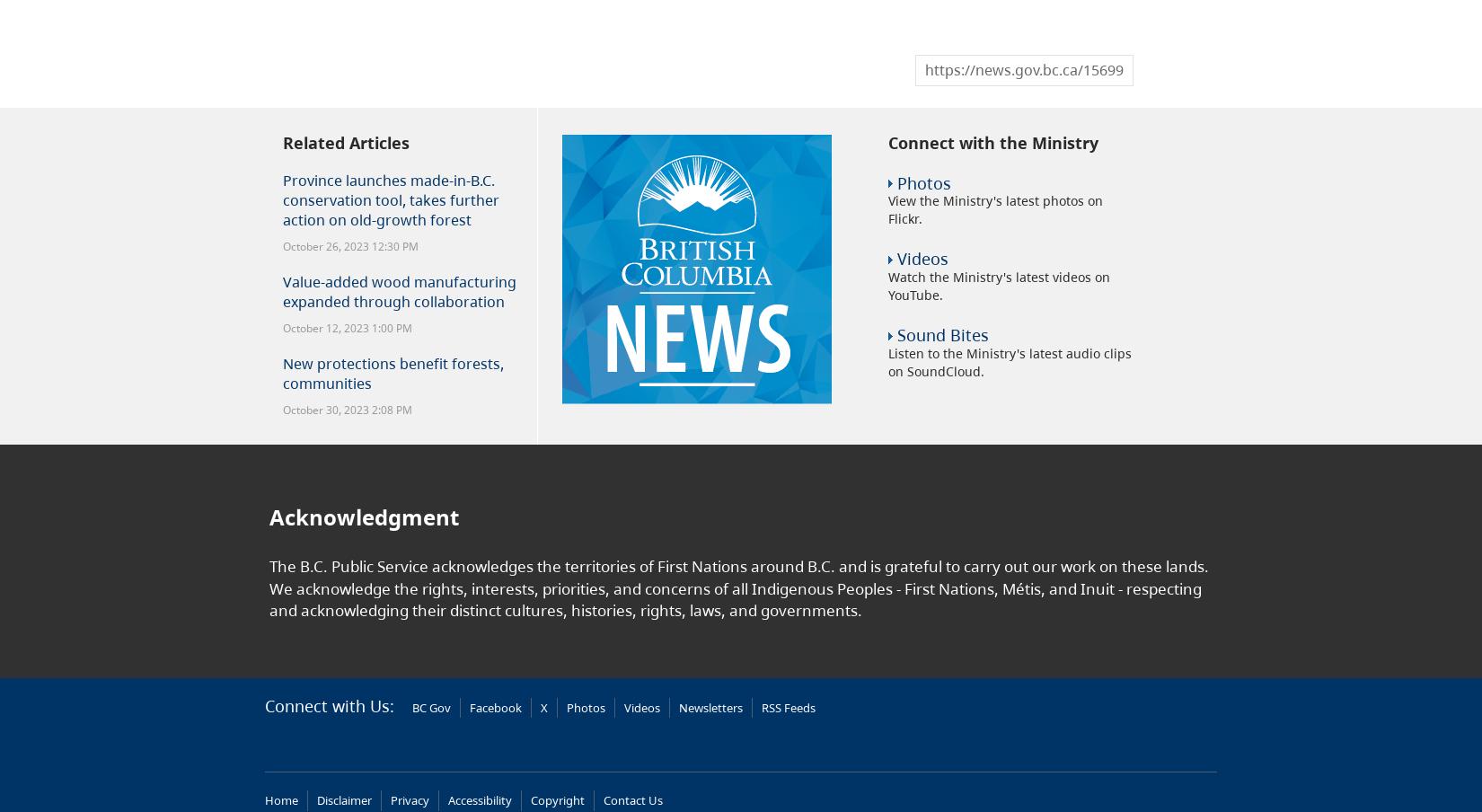  I want to click on 'October 26, 2023 12:30 PM', so click(350, 244).